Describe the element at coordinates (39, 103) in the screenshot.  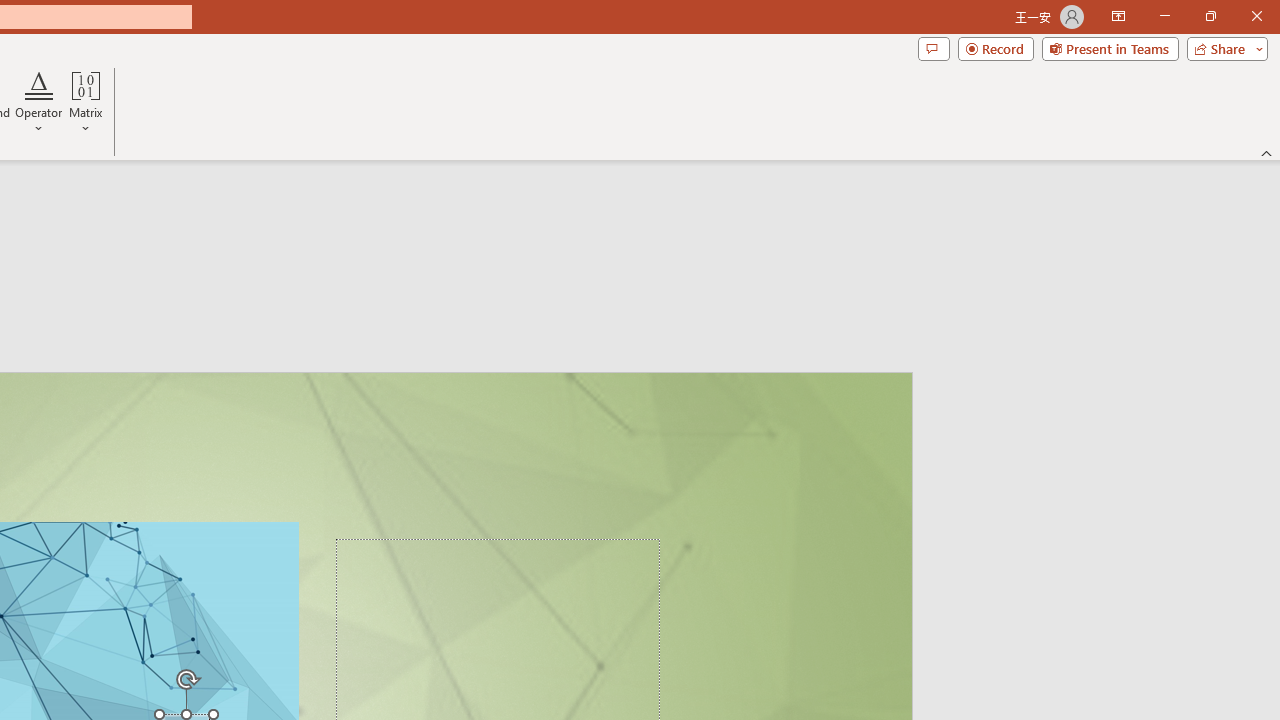
I see `'Operator'` at that location.